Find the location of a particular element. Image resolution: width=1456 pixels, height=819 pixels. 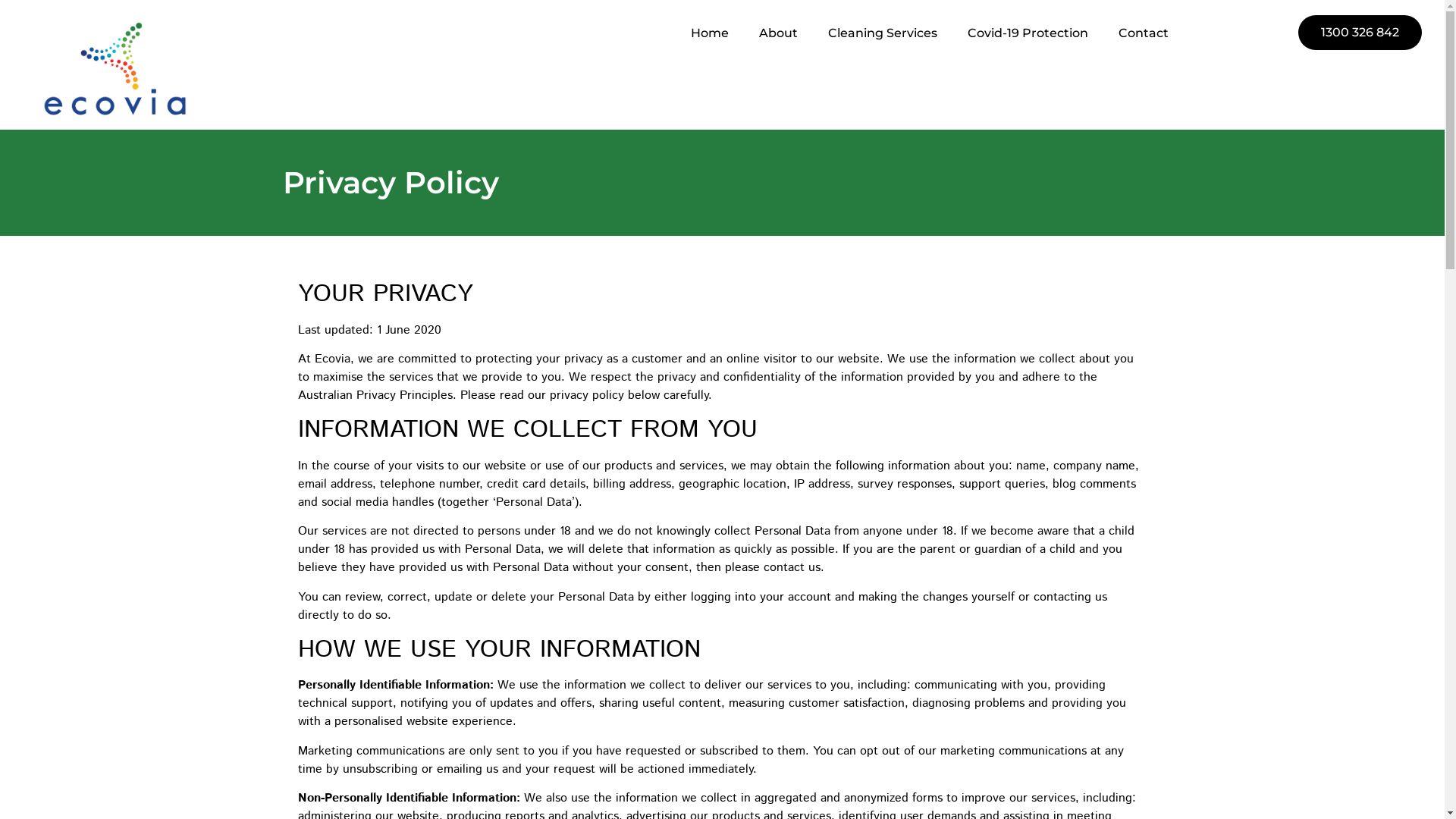

'Covid-19 Protection' is located at coordinates (1028, 33).